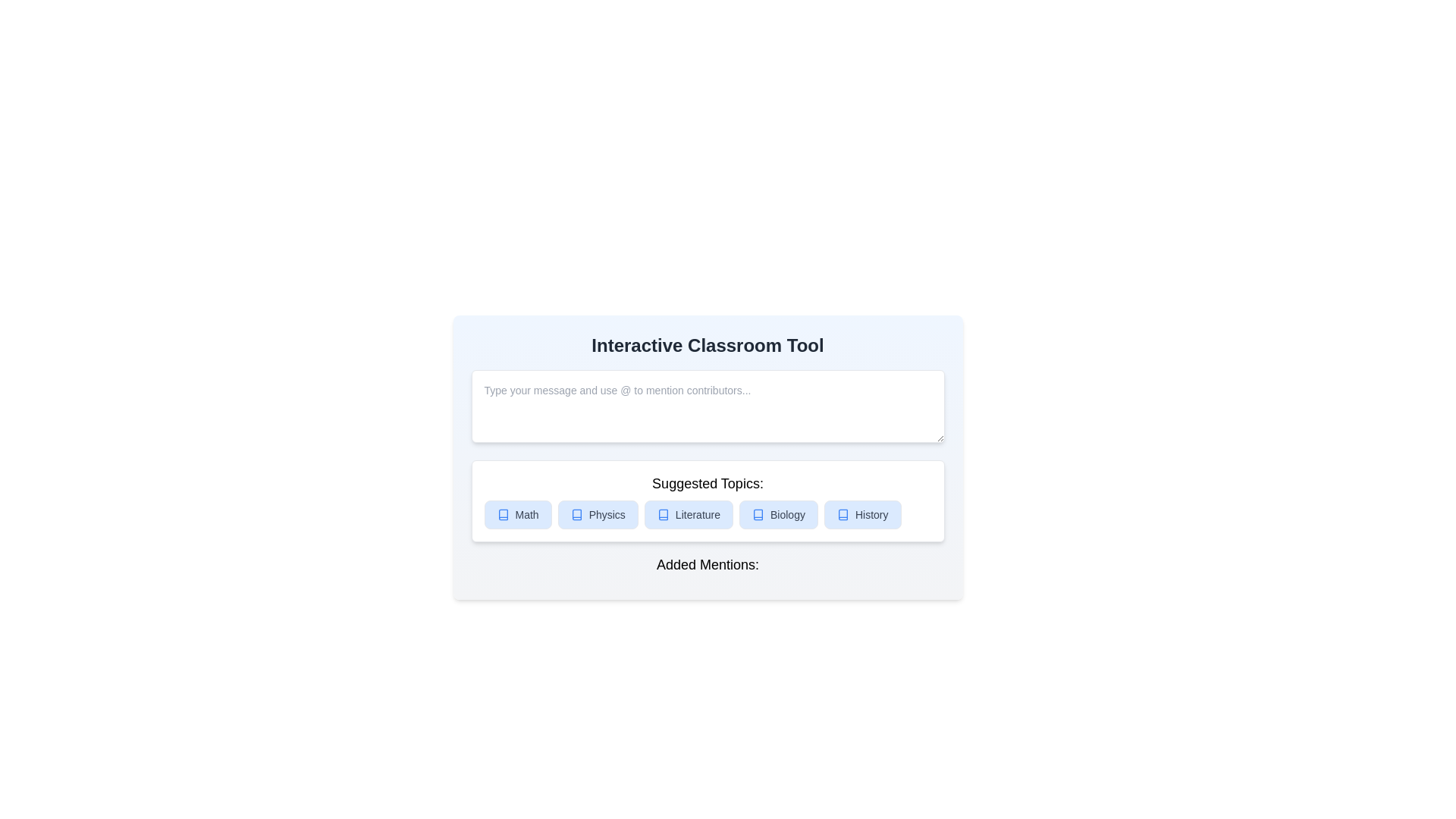 Image resolution: width=1456 pixels, height=819 pixels. Describe the element at coordinates (576, 513) in the screenshot. I see `the light blue book icon located in the second position under the heading 'Suggested Topics' for accessibility` at that location.